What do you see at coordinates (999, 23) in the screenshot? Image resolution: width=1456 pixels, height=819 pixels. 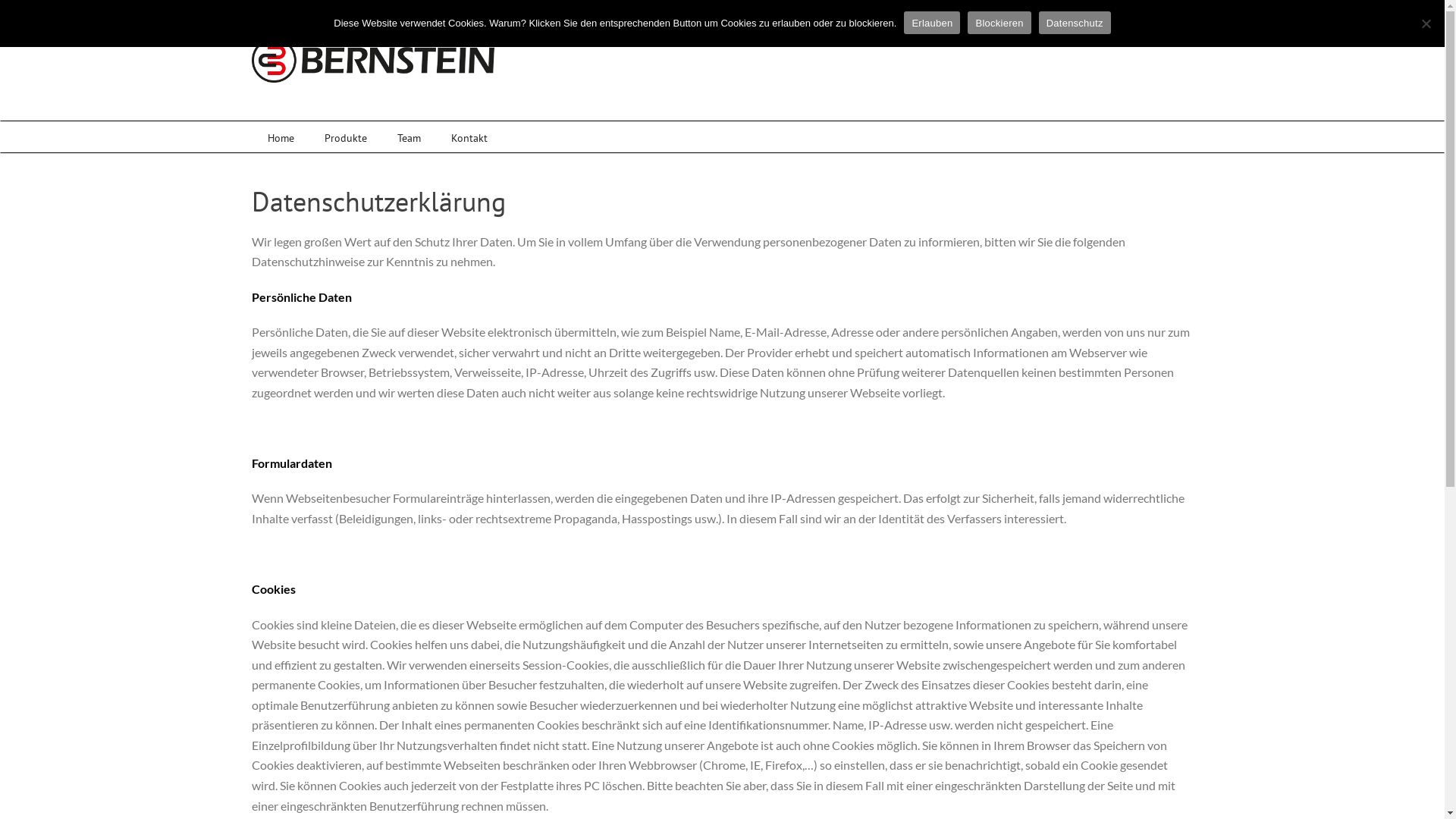 I see `'Blockieren'` at bounding box center [999, 23].